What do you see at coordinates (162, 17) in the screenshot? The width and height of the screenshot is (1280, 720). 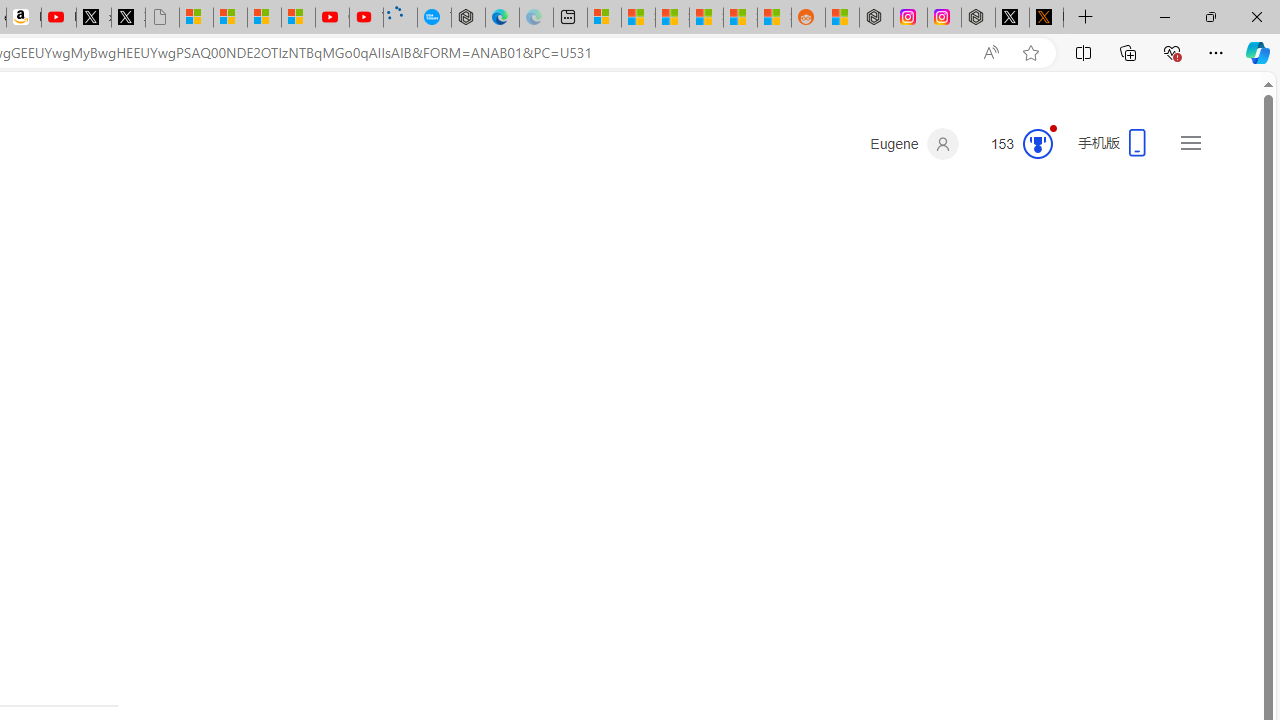 I see `'Untitled'` at bounding box center [162, 17].